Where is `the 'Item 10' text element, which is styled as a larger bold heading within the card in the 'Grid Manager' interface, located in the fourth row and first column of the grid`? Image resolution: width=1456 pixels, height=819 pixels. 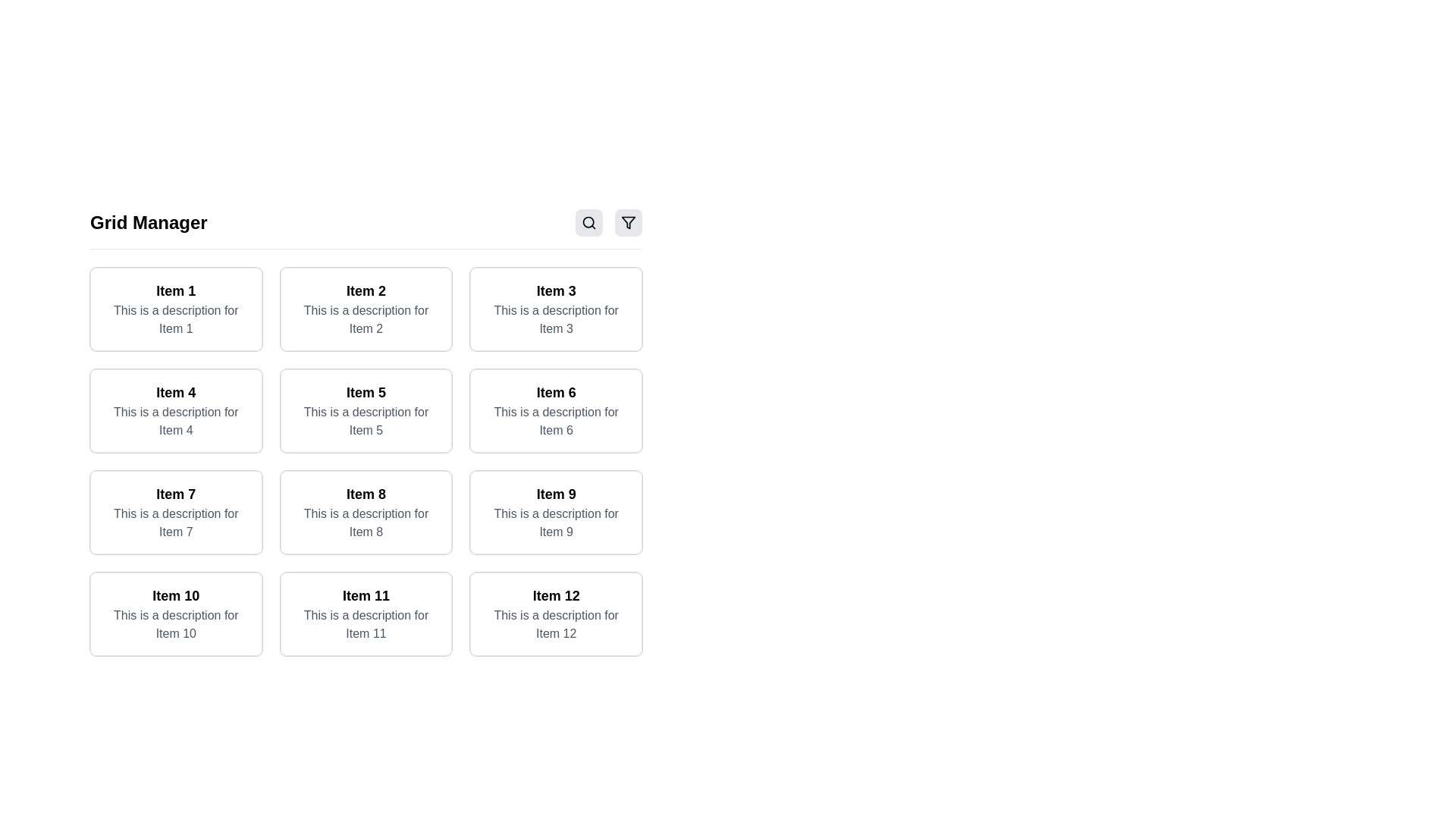
the 'Item 10' text element, which is styled as a larger bold heading within the card in the 'Grid Manager' interface, located in the fourth row and first column of the grid is located at coordinates (176, 595).